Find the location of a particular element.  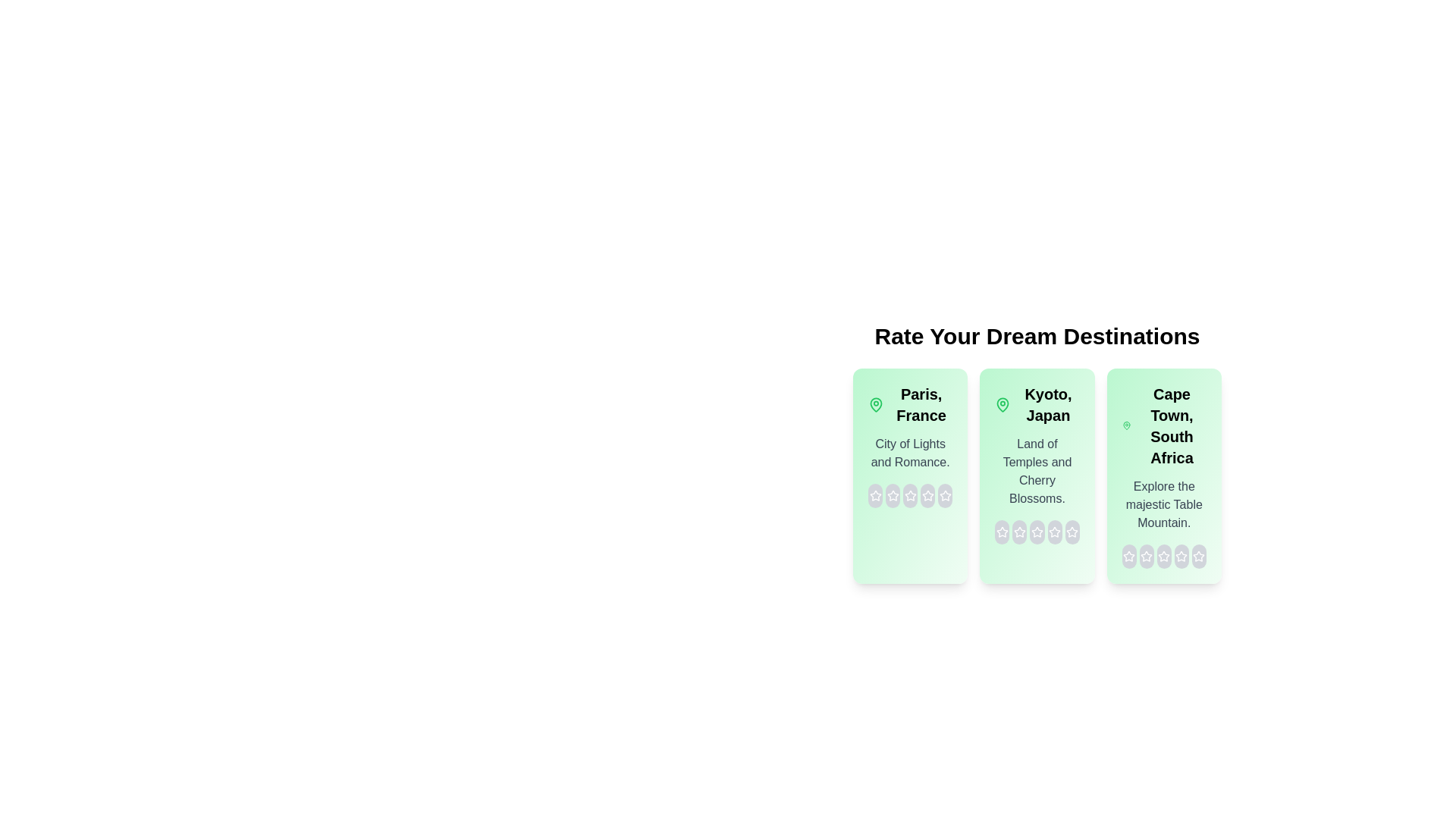

the rating for a destination to 4 stars is located at coordinates (927, 496).